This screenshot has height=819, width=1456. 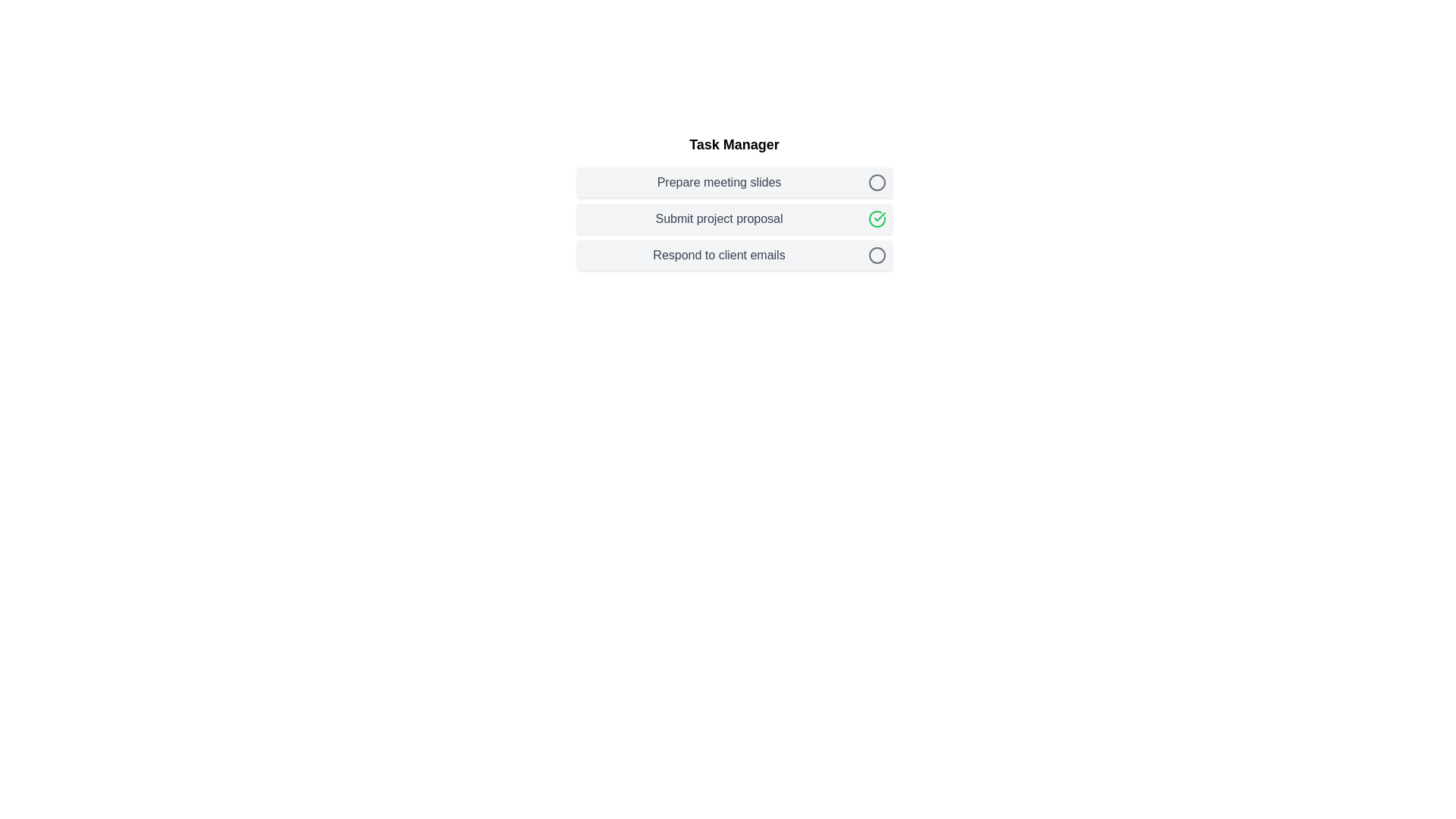 I want to click on the Text label displaying the task description 'Prepare meeting slides', which is the first entry in the list under 'Task Manager', so click(x=718, y=181).